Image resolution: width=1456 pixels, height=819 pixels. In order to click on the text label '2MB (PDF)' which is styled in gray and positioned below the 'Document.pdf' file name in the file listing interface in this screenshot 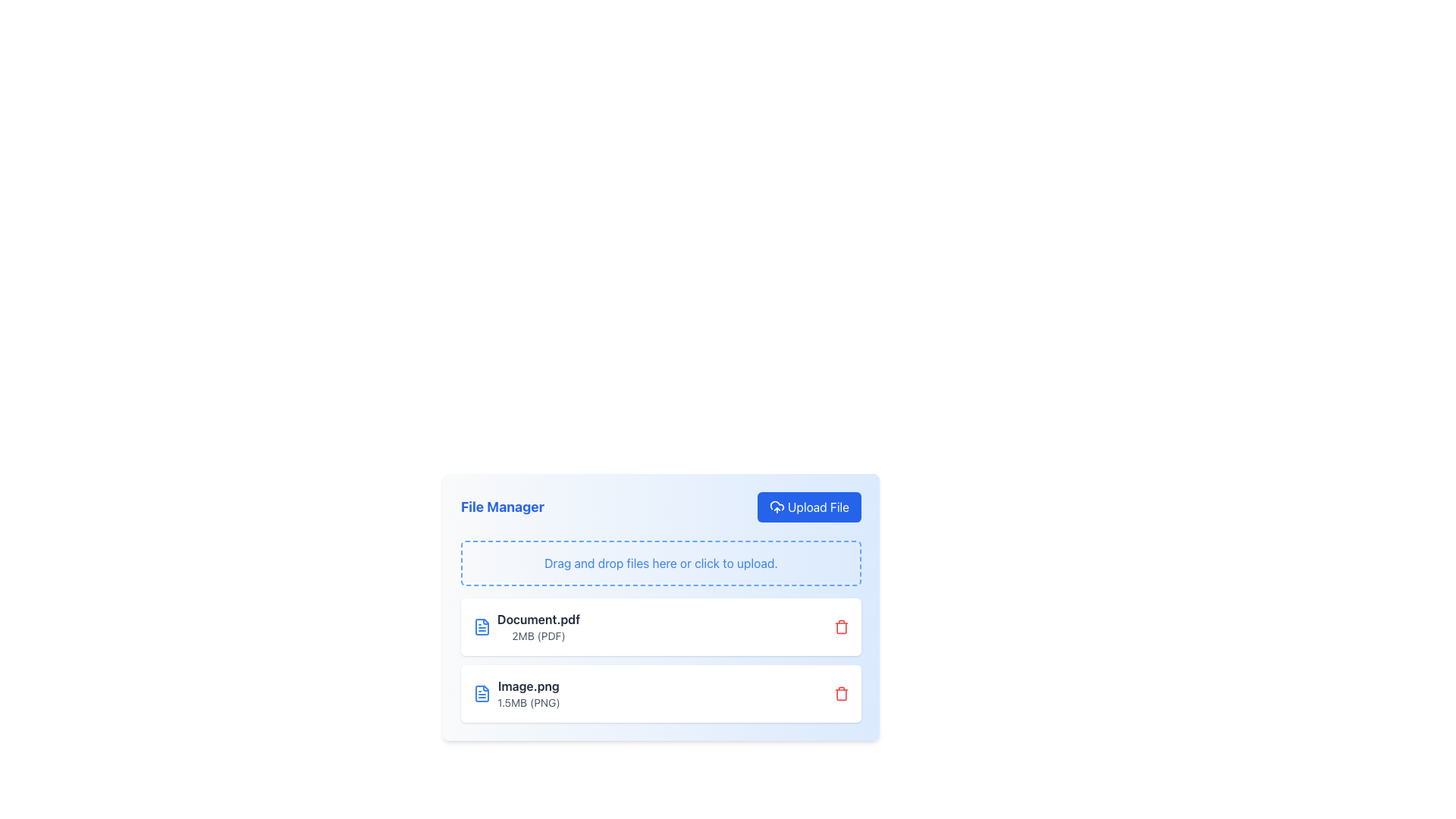, I will do `click(538, 636)`.